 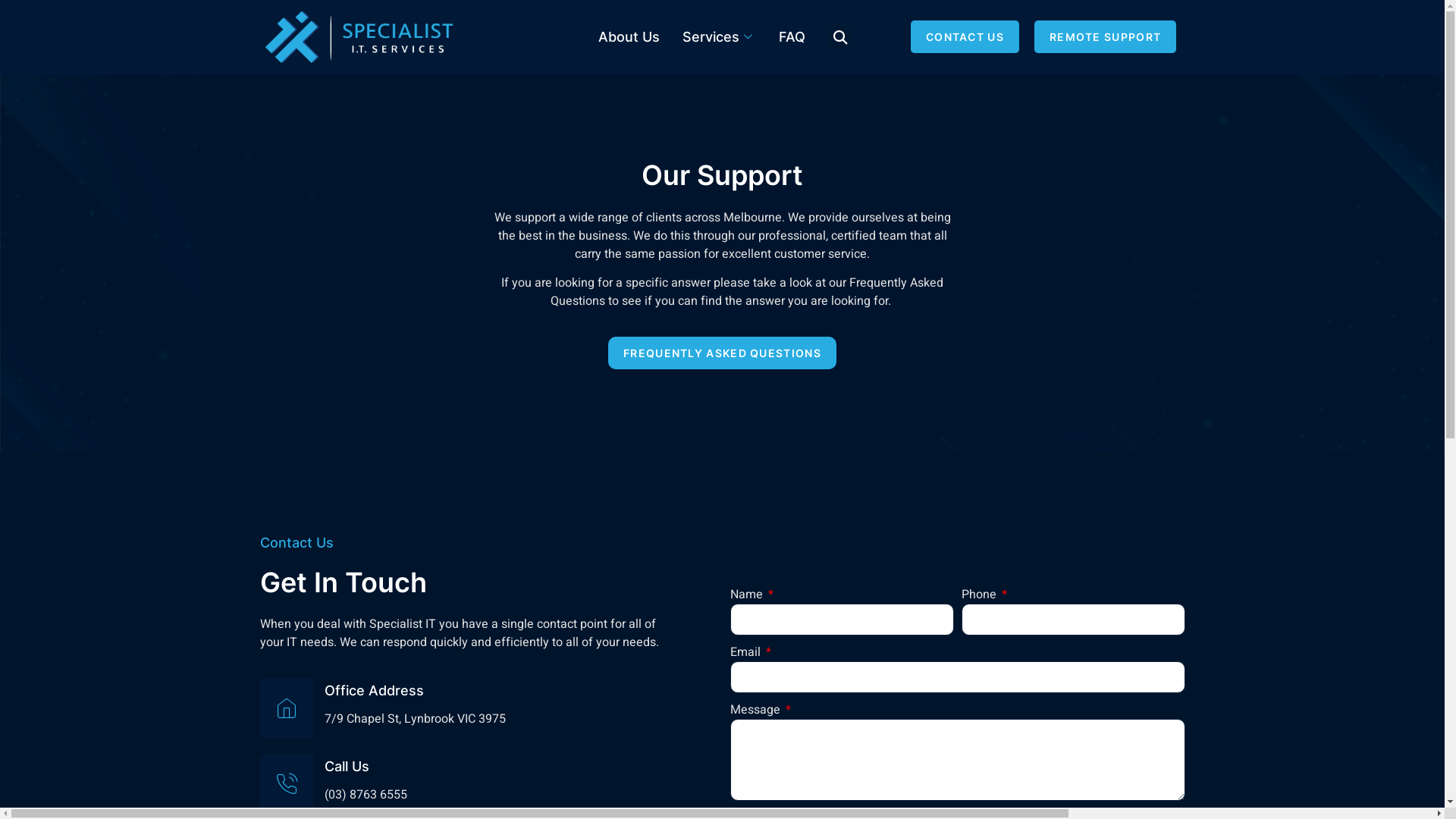 I want to click on 'About Us', so click(x=629, y=36).